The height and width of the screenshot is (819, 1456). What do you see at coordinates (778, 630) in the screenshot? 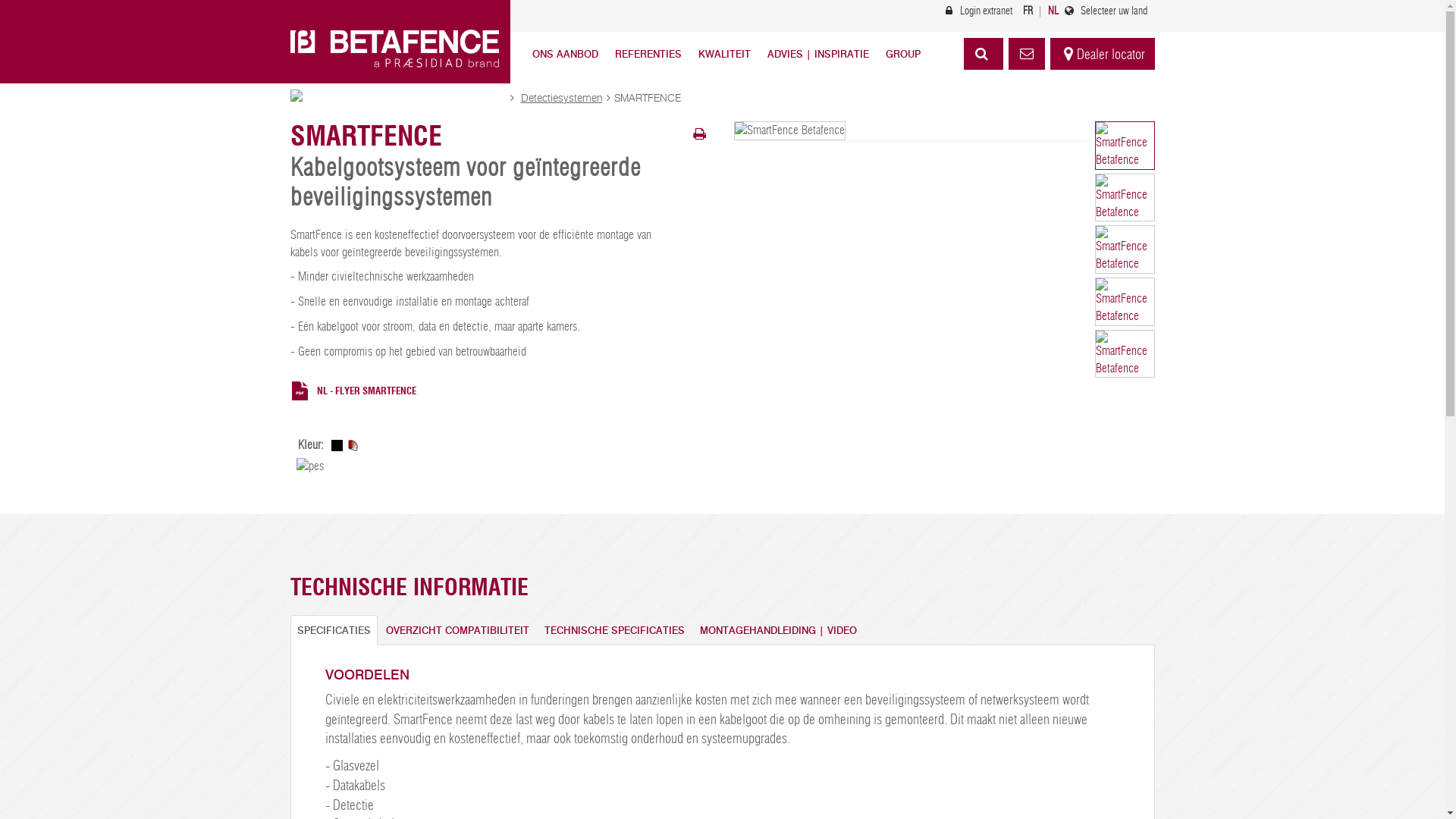
I see `'MONTAGEHANDLEIDING | VIDEO'` at bounding box center [778, 630].